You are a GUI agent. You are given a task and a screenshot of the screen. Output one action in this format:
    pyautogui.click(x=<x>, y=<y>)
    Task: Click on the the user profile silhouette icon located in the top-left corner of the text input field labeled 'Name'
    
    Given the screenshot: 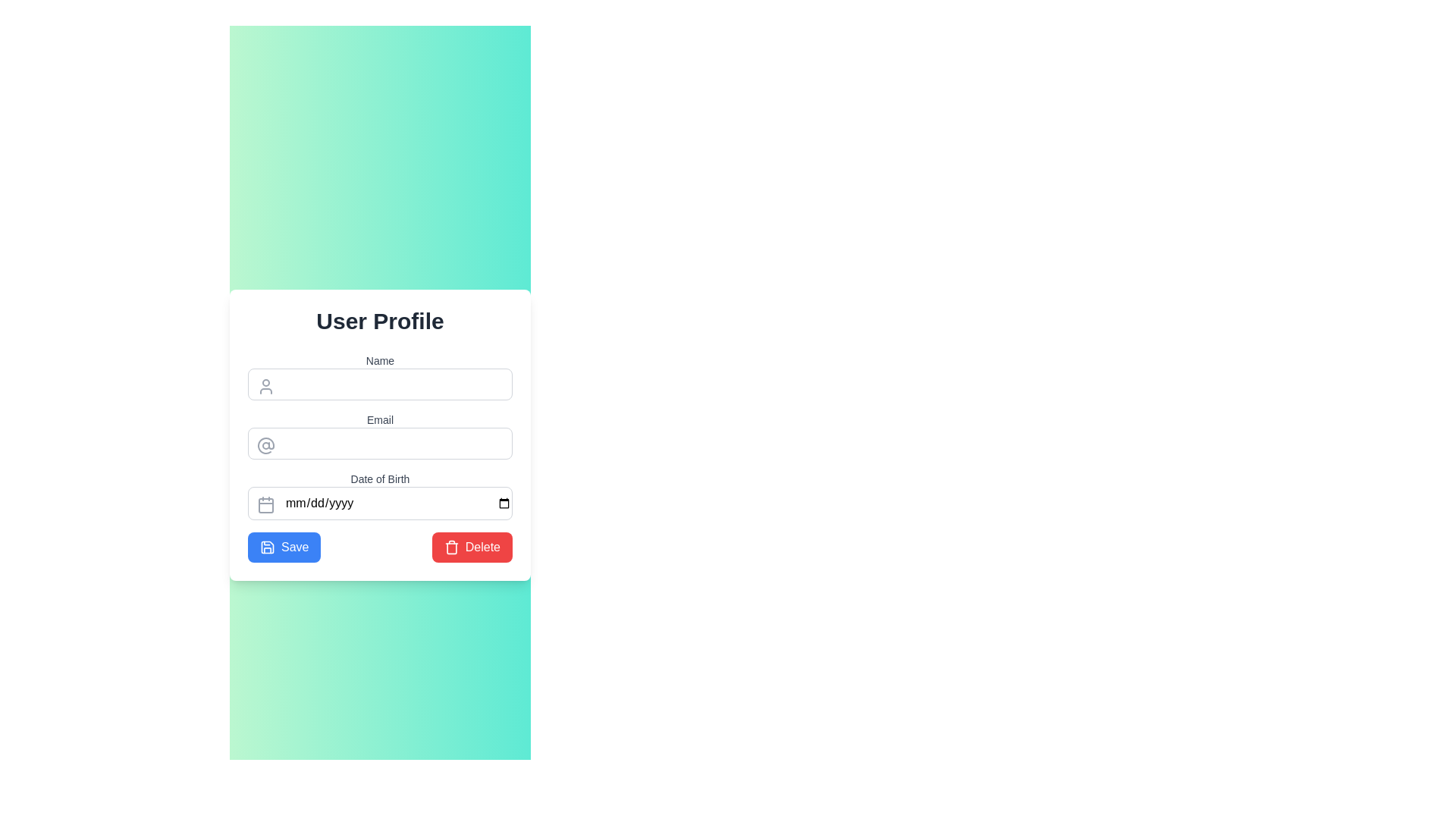 What is the action you would take?
    pyautogui.click(x=265, y=385)
    